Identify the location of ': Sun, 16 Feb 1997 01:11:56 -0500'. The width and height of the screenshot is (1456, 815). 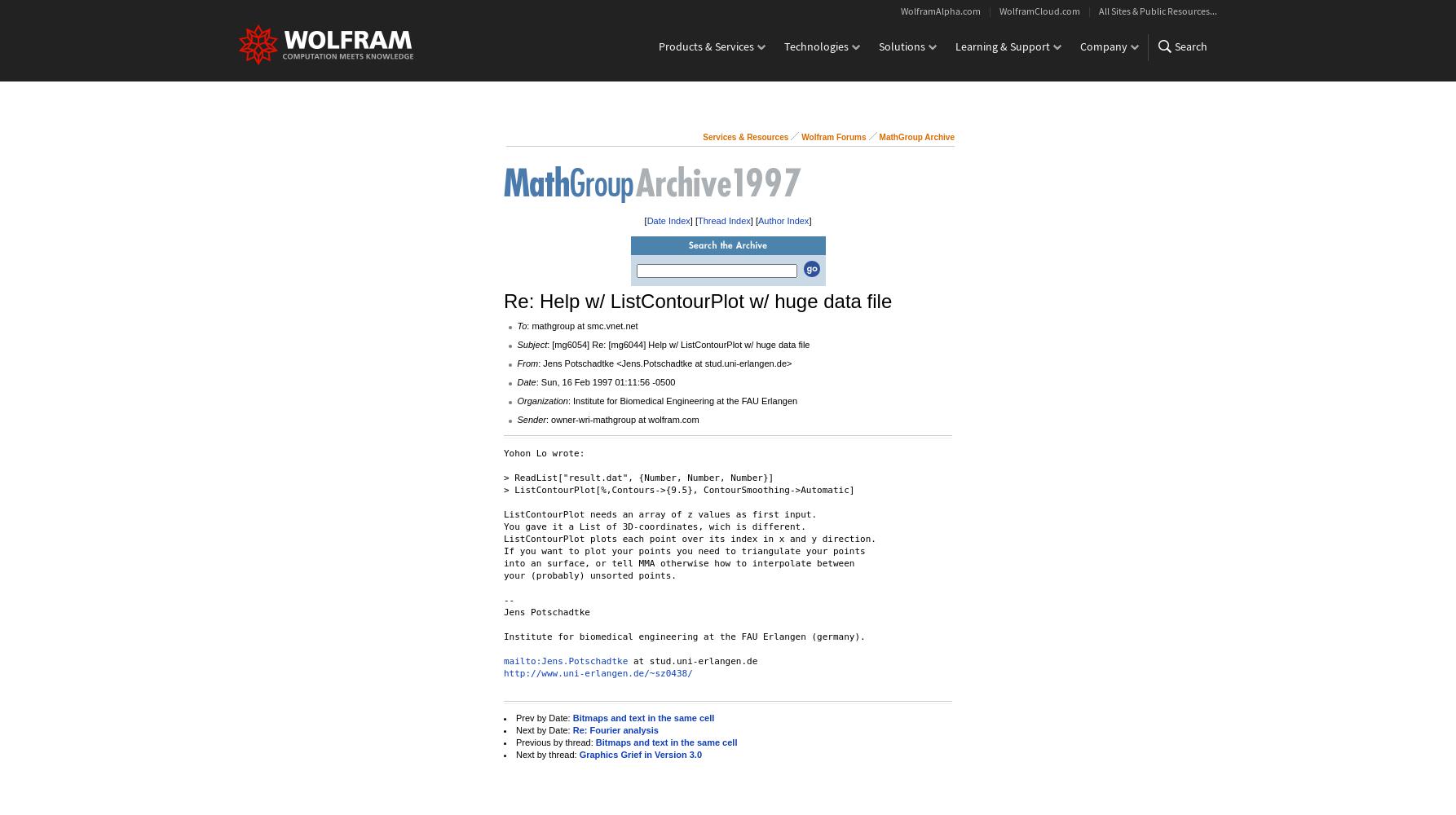
(536, 381).